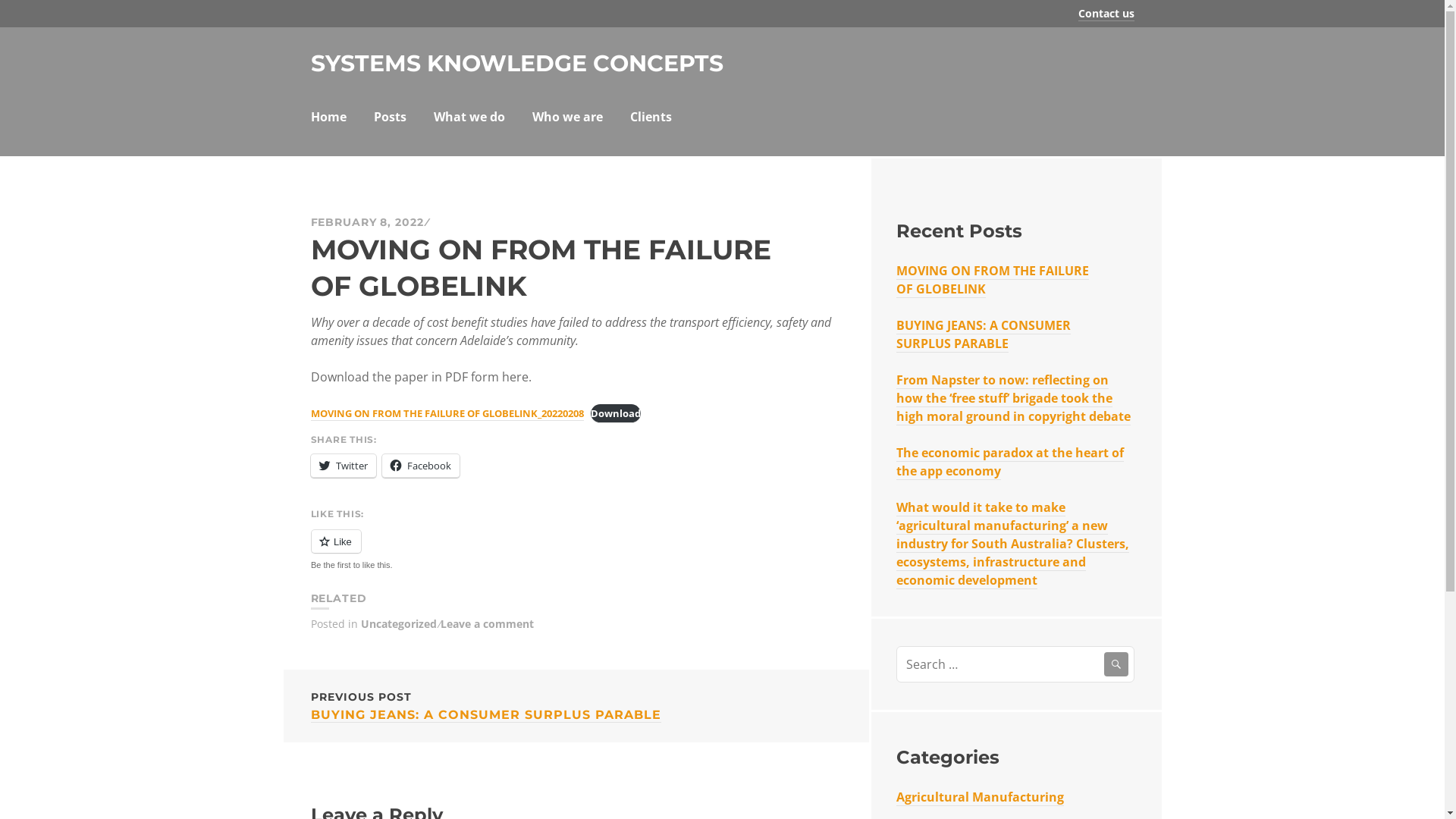 The image size is (1456, 819). I want to click on 'MOVING ON FROM THE FAILURE OF GLOBELINK', so click(993, 280).